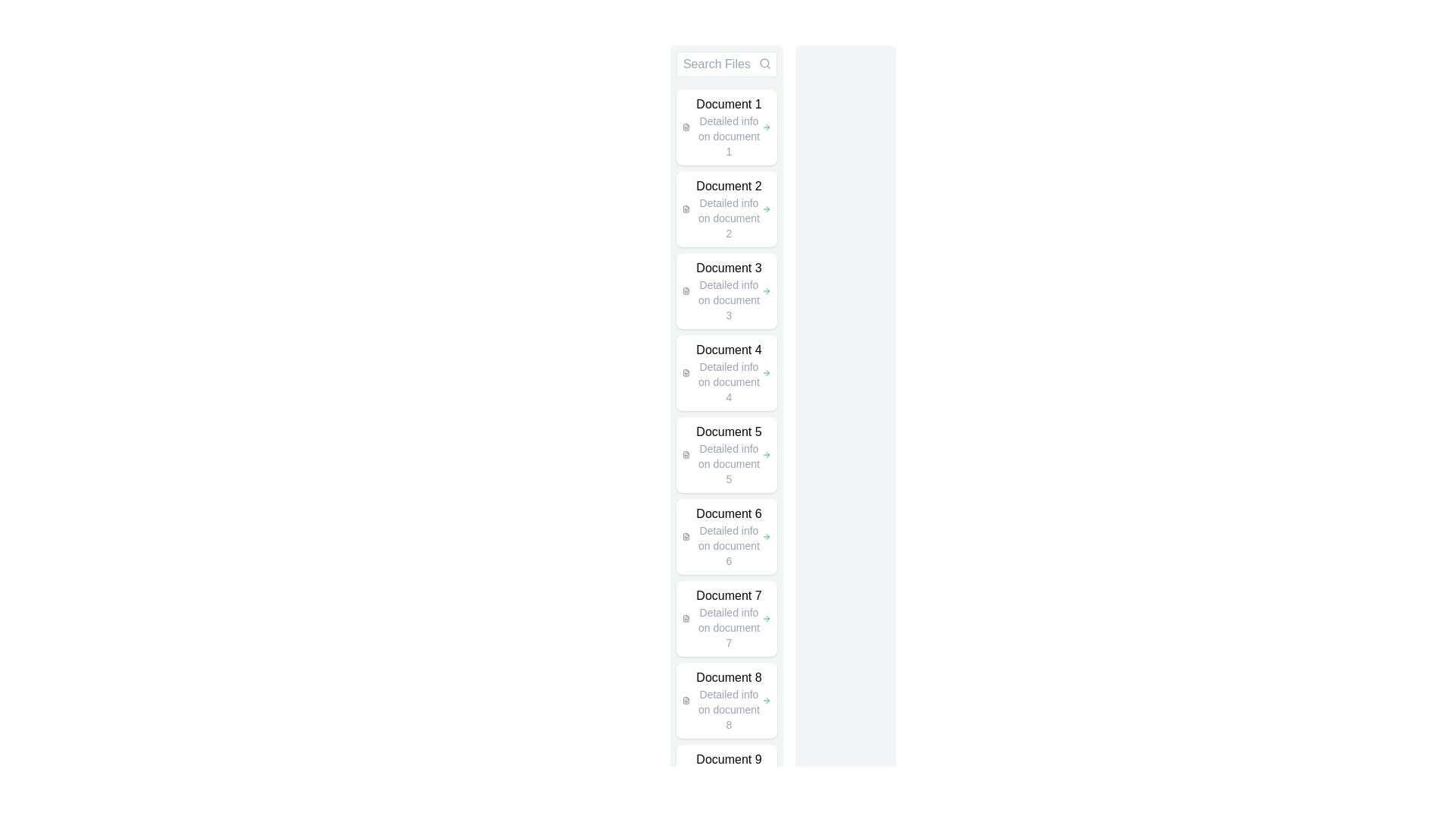  Describe the element at coordinates (767, 619) in the screenshot. I see `the decorative icon or informative indicator located at the far right edge of the informational card for 'Document 7'` at that location.